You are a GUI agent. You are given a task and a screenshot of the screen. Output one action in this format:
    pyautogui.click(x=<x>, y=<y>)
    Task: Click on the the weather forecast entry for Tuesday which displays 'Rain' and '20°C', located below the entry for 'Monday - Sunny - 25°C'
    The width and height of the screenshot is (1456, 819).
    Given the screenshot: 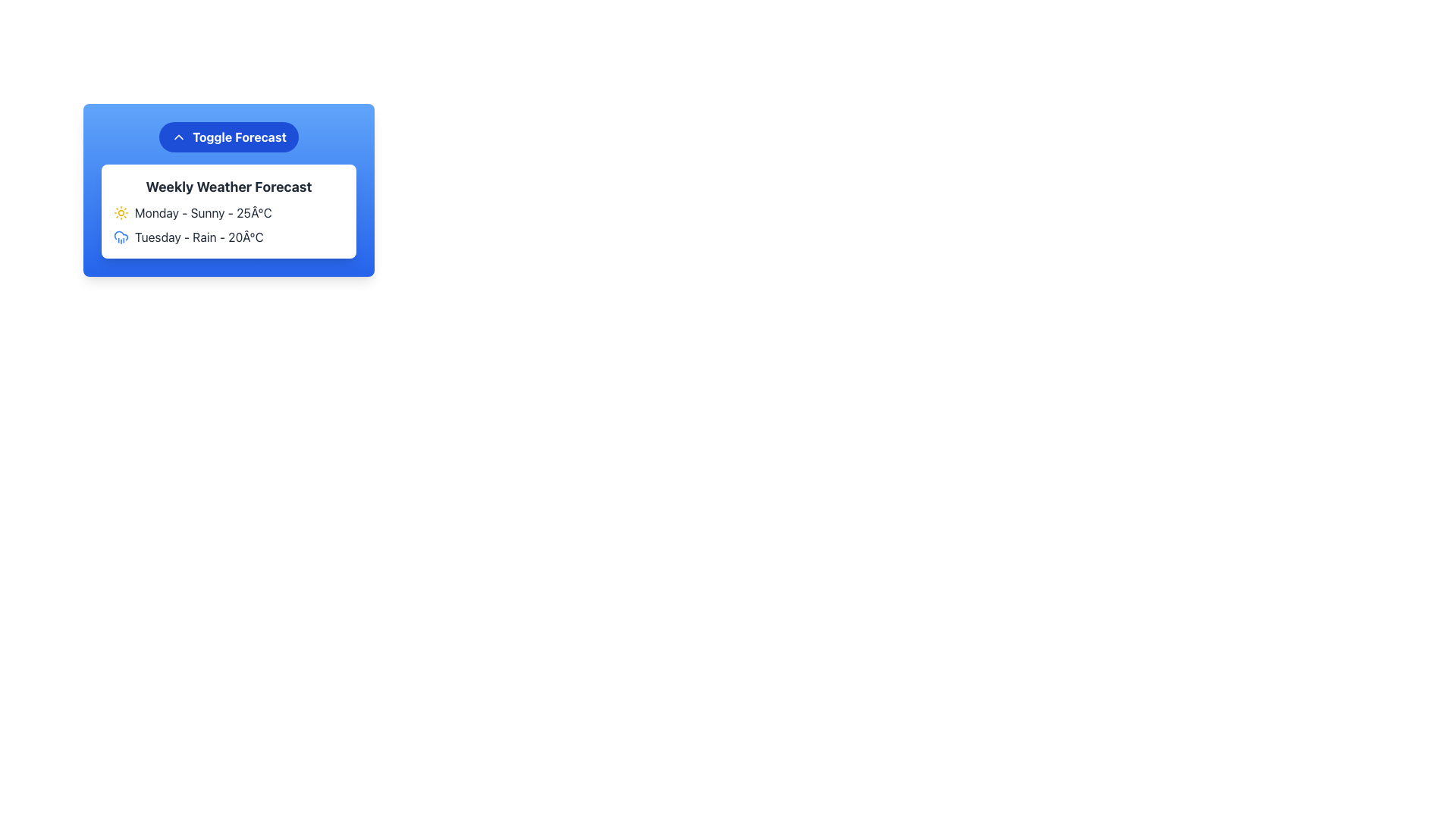 What is the action you would take?
    pyautogui.click(x=228, y=237)
    